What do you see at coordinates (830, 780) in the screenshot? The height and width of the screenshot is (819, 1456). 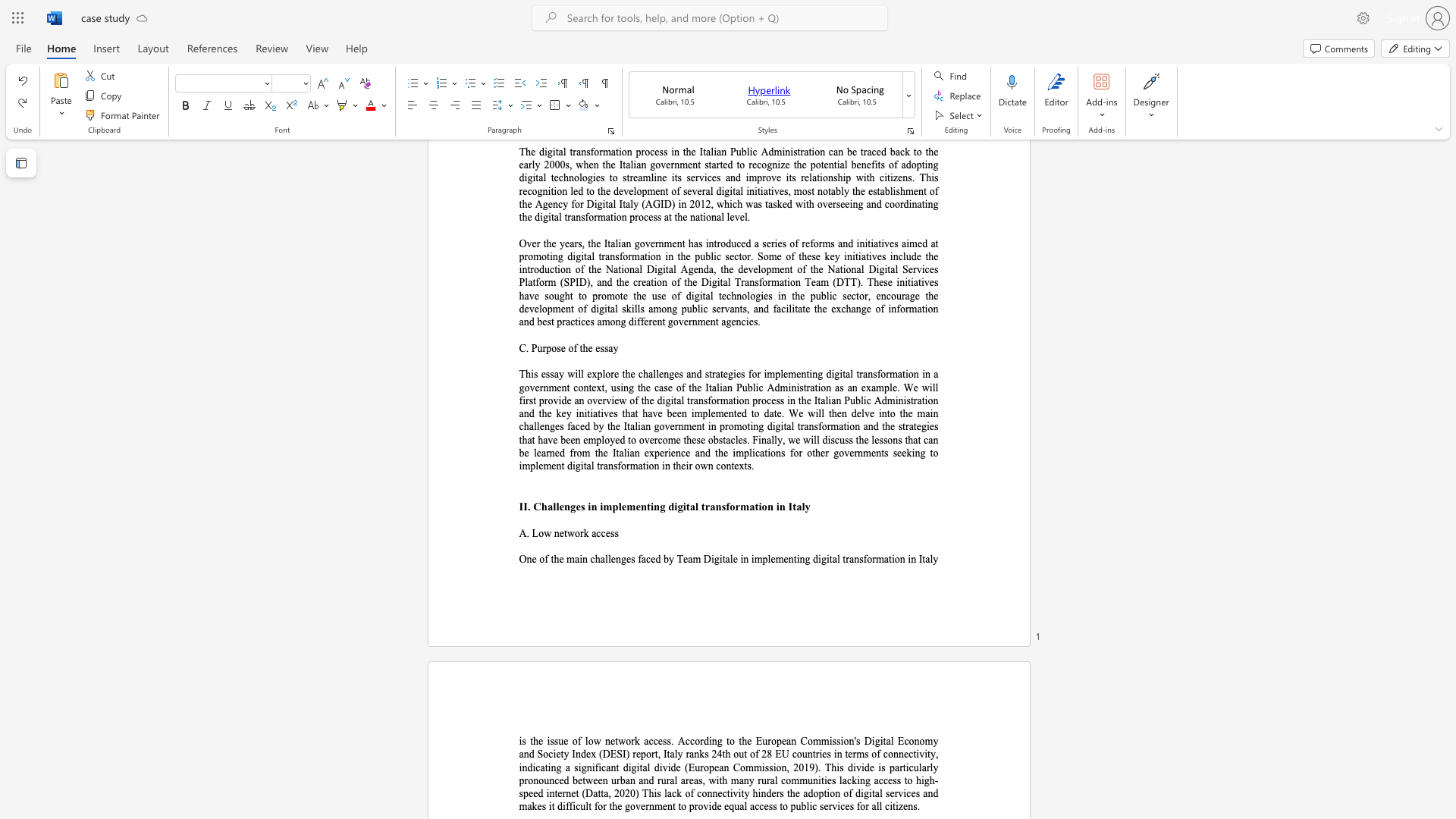 I see `the subset text "s lacking access to high-speed internet (D" within the text "is the issue of low network access. According to the European Commission"` at bounding box center [830, 780].